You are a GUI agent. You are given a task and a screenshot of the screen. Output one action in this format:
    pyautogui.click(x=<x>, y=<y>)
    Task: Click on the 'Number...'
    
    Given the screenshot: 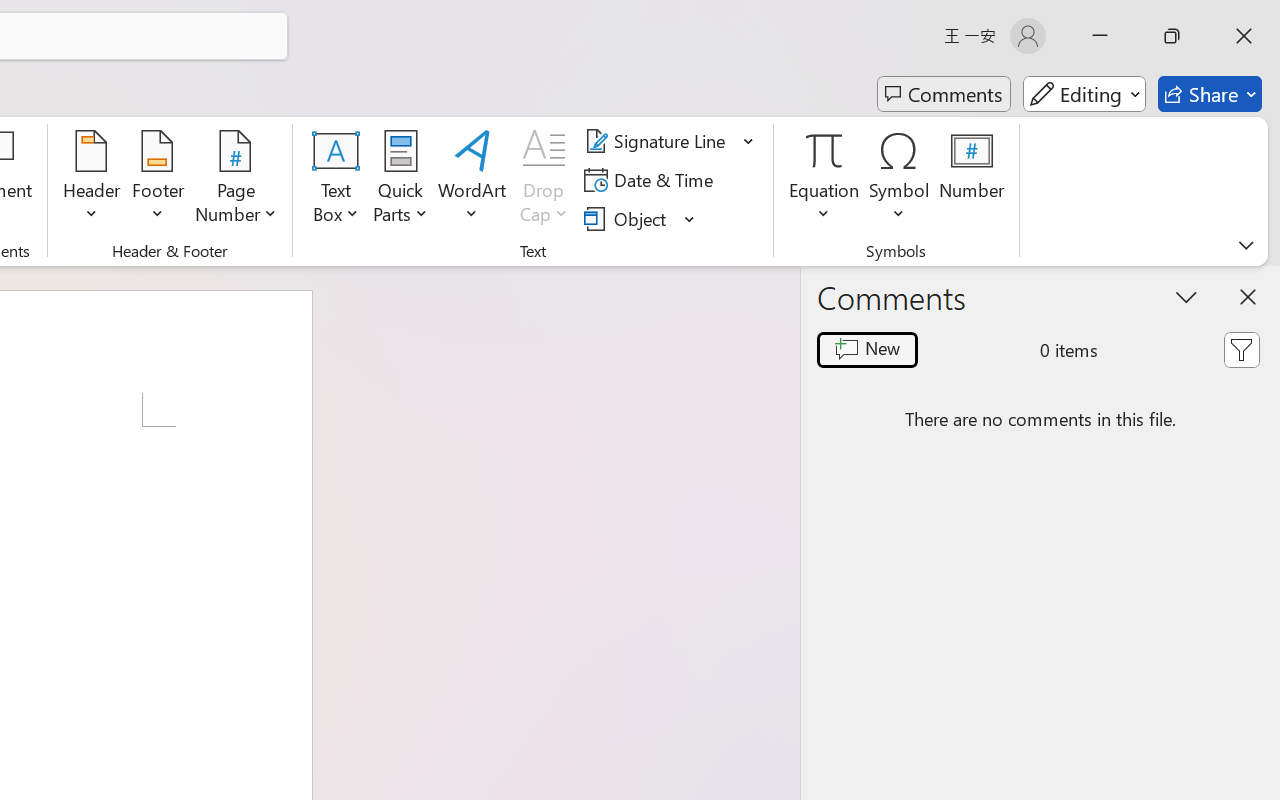 What is the action you would take?
    pyautogui.click(x=972, y=179)
    